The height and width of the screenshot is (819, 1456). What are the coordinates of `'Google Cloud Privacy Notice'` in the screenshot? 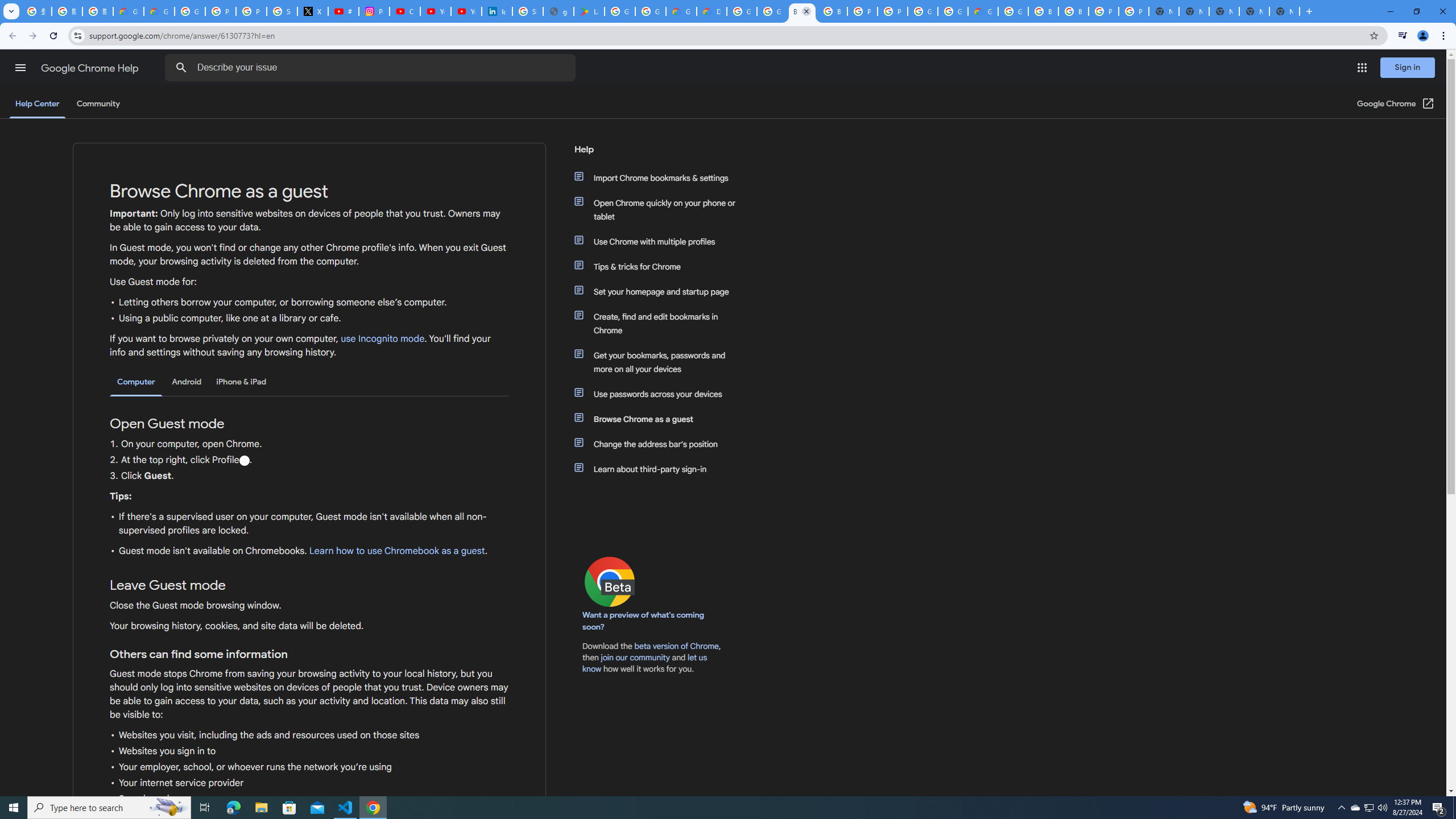 It's located at (158, 11).